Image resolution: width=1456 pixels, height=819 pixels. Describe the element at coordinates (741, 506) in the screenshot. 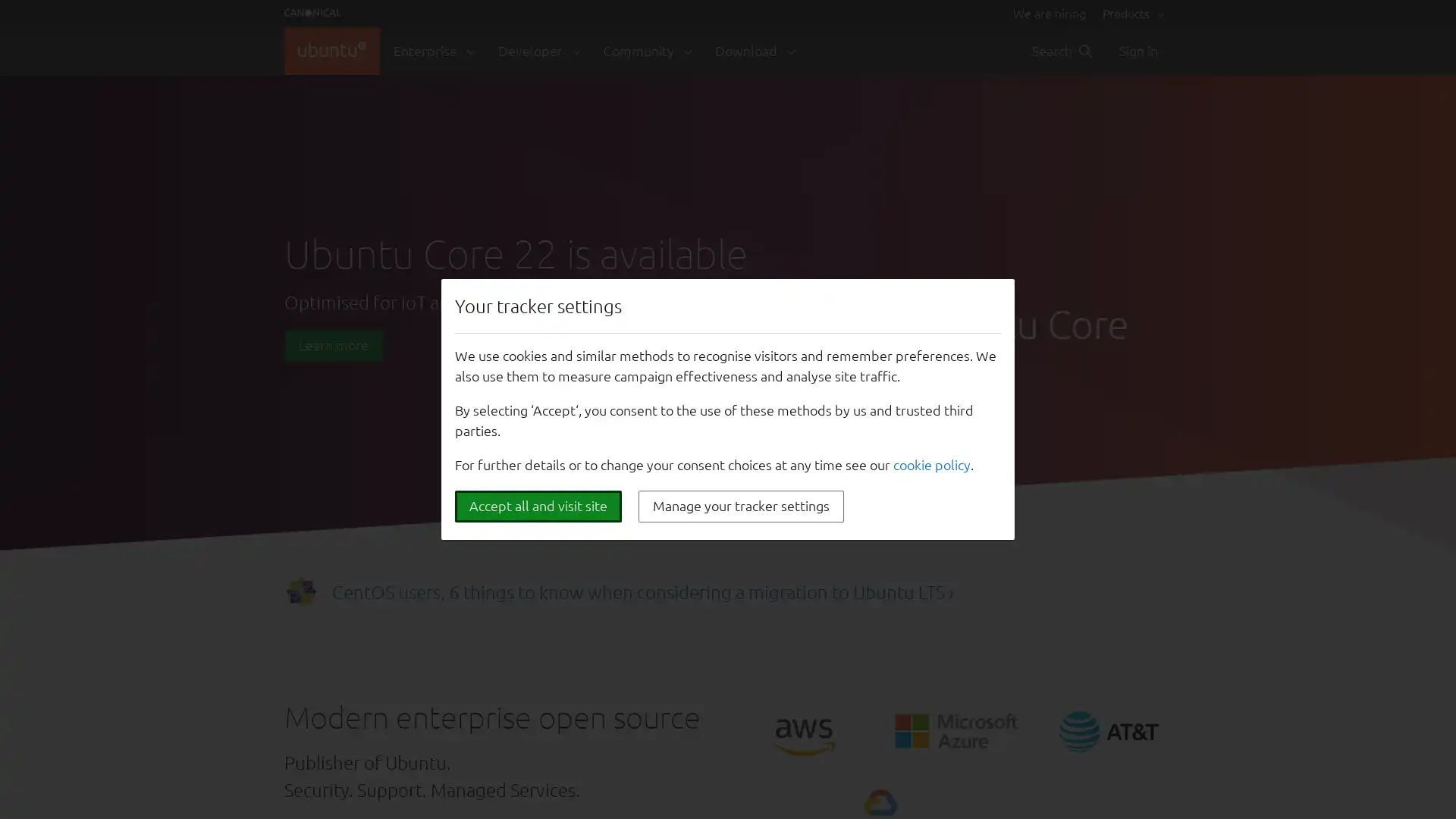

I see `Manage your tracker settings` at that location.